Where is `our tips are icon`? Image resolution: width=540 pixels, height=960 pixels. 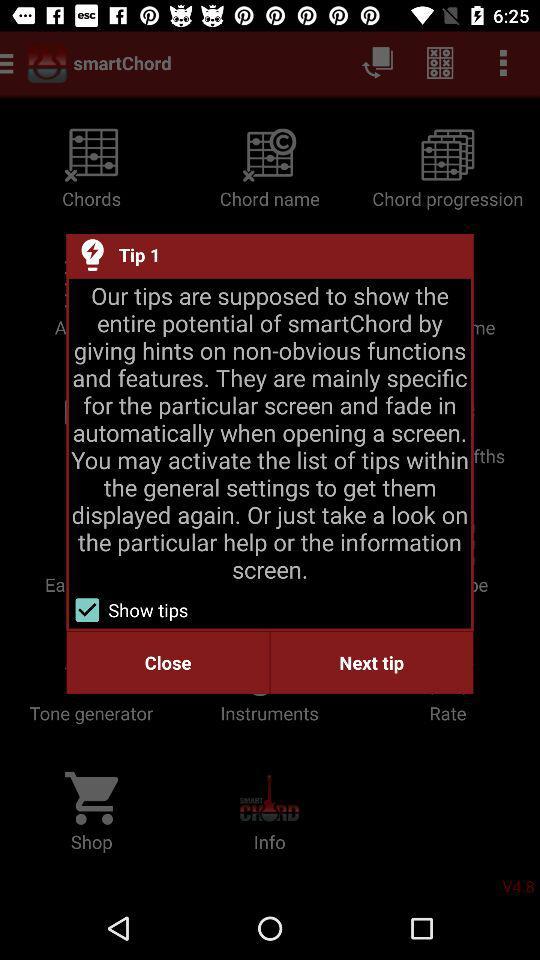 our tips are icon is located at coordinates (270, 432).